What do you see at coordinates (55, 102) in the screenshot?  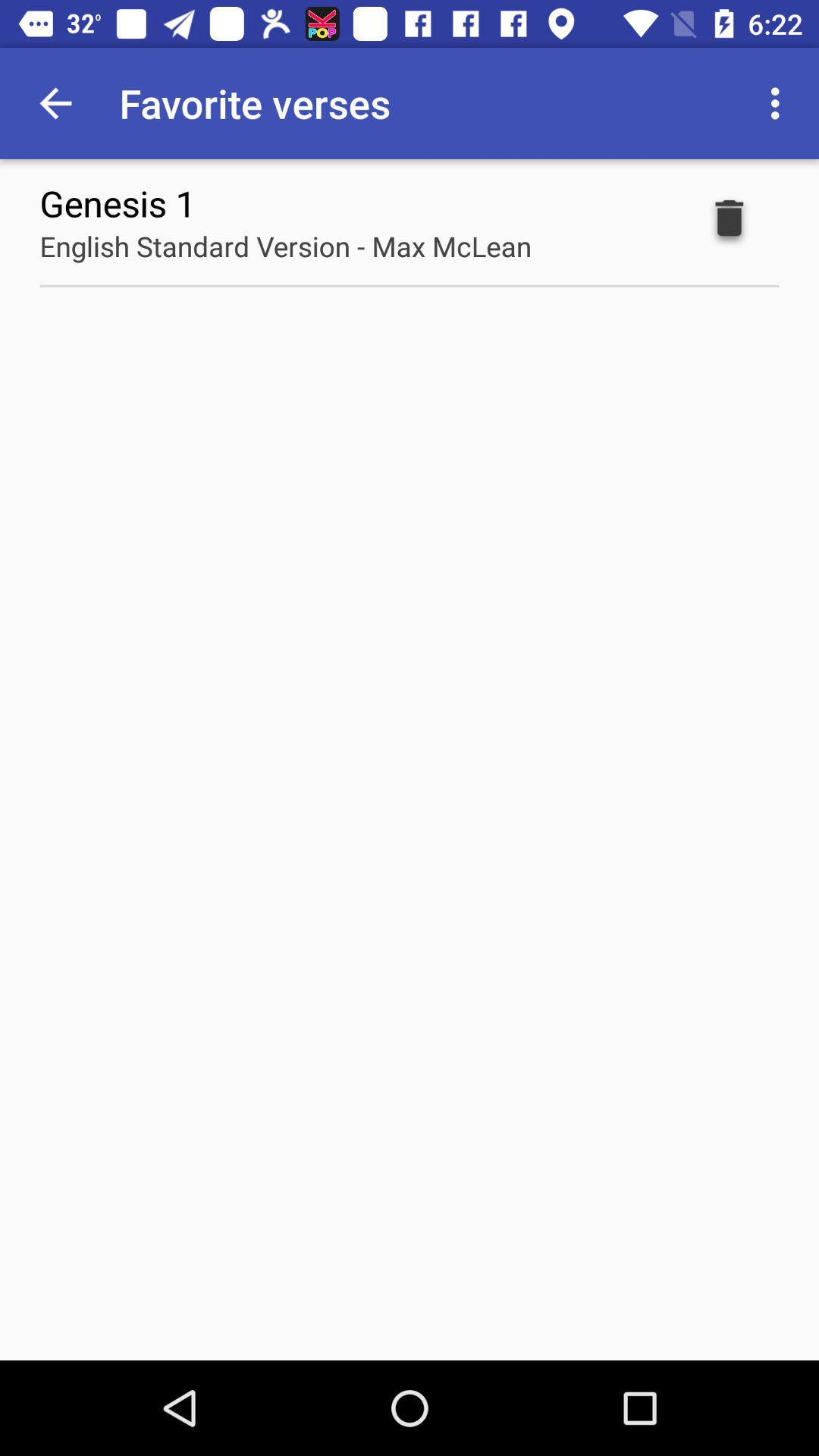 I see `app next to favorite verses` at bounding box center [55, 102].